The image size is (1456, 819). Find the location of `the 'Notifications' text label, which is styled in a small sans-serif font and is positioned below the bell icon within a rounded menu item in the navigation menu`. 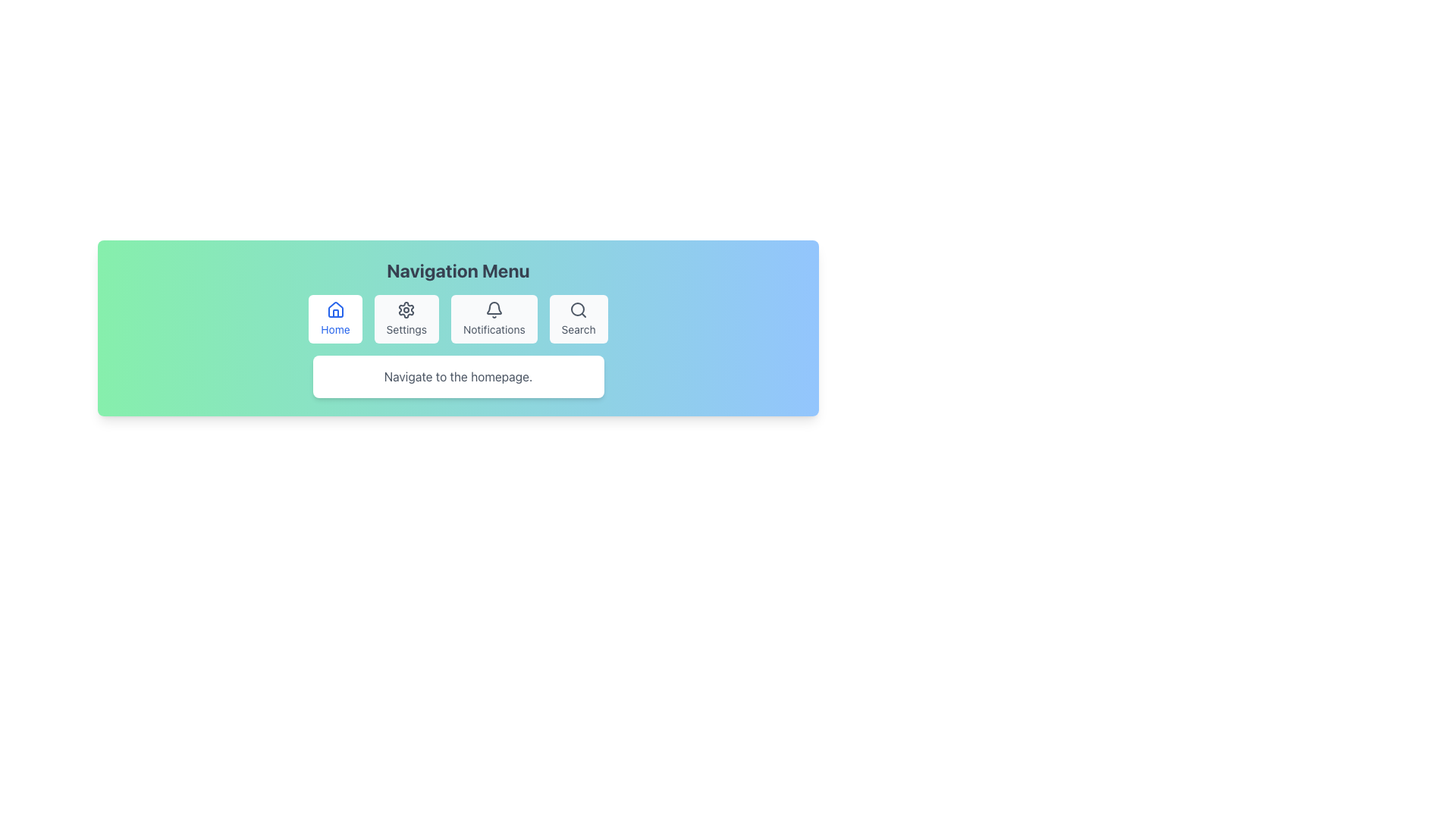

the 'Notifications' text label, which is styled in a small sans-serif font and is positioned below the bell icon within a rounded menu item in the navigation menu is located at coordinates (494, 329).